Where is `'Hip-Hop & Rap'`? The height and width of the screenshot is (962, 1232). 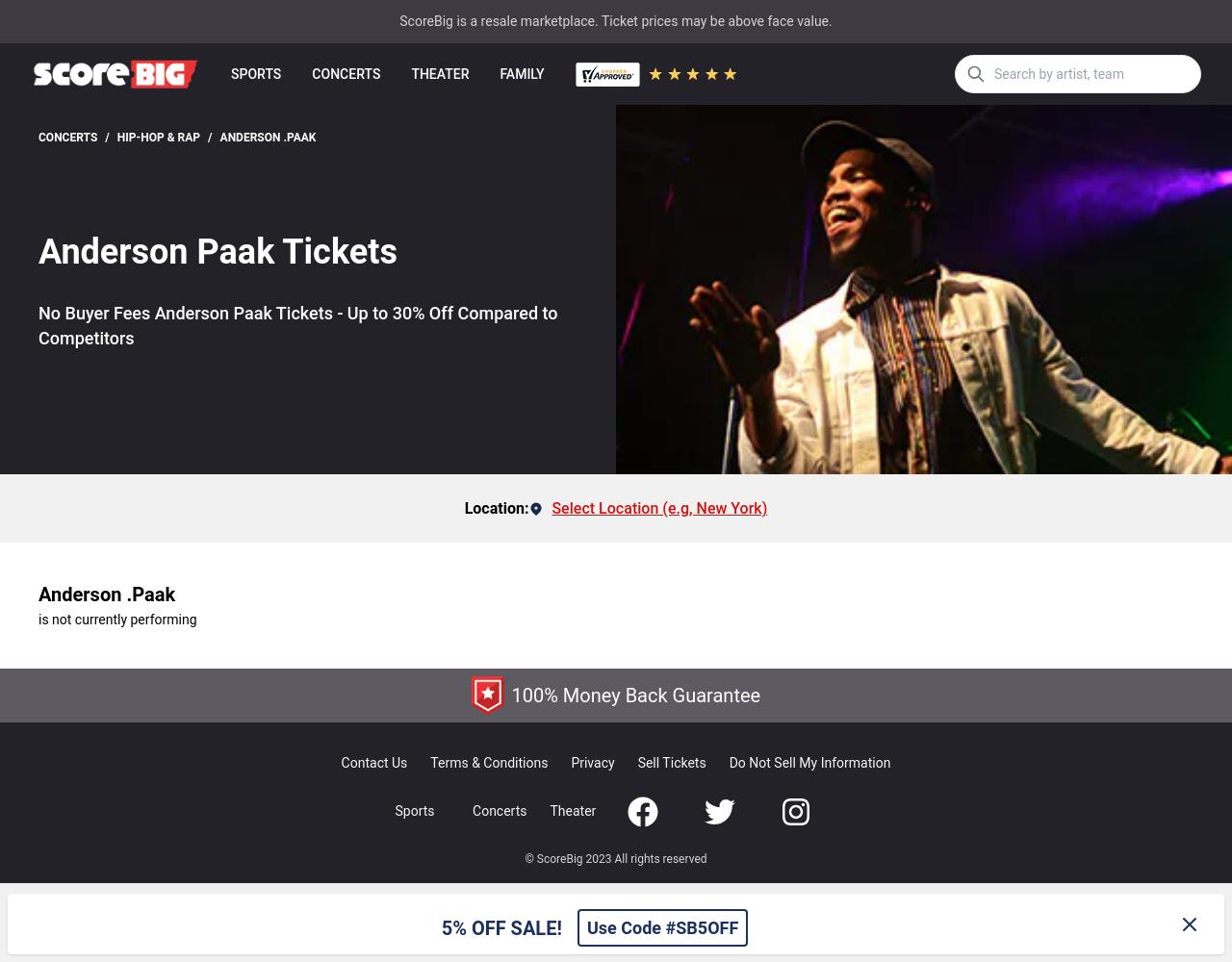 'Hip-Hop & Rap' is located at coordinates (158, 138).